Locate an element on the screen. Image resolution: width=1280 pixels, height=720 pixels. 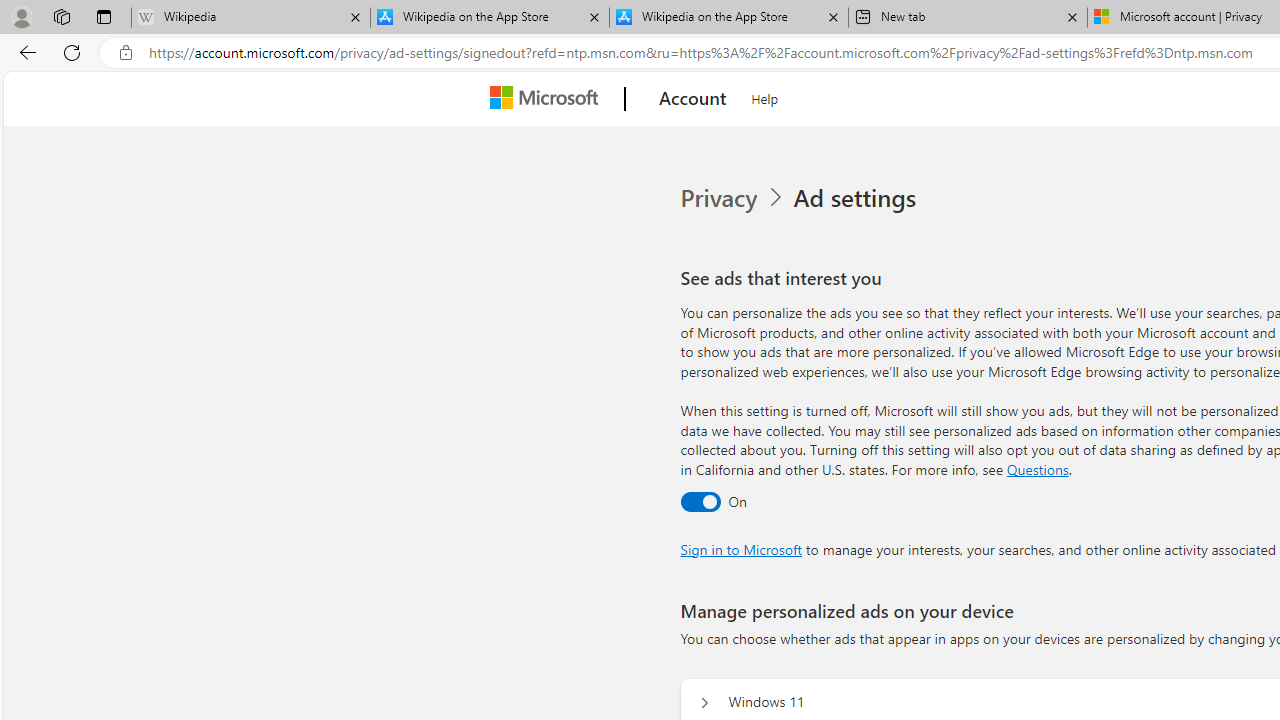
'Ad settings' is located at coordinates (858, 198).